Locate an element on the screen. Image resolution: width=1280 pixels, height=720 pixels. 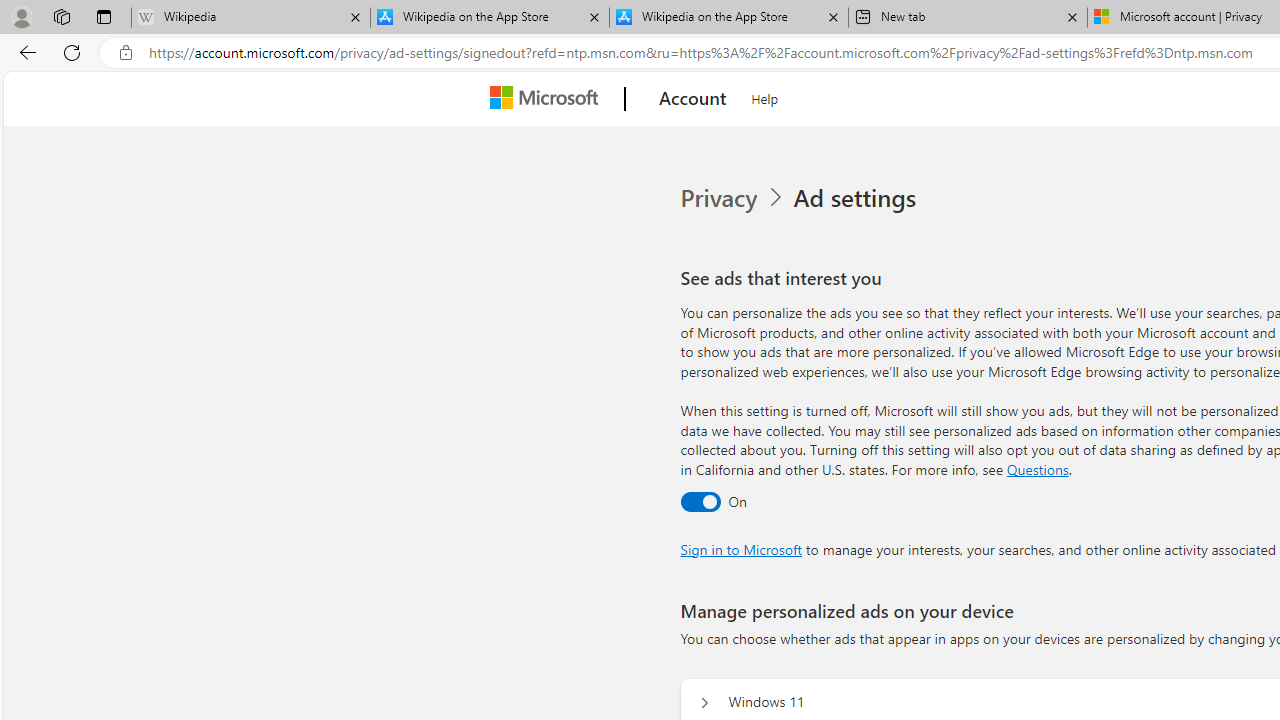
'Ad settings' is located at coordinates (858, 198).